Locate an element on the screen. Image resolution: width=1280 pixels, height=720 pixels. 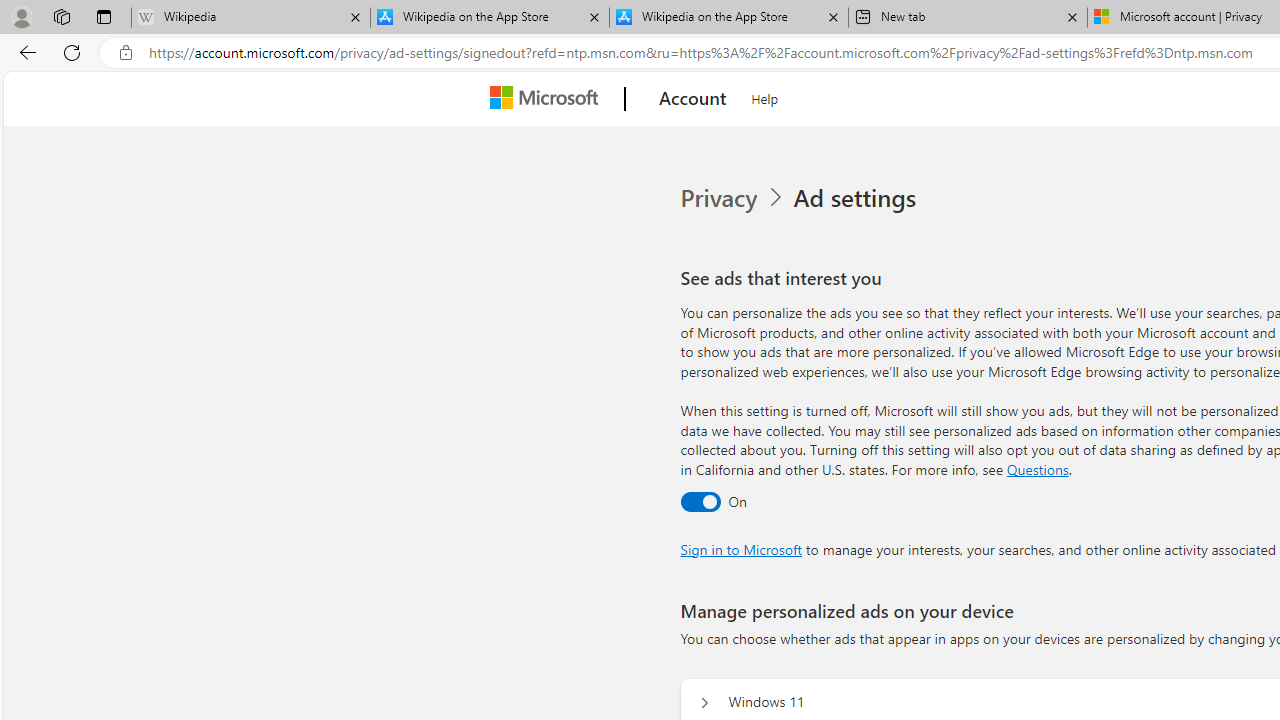
'Ad settings' is located at coordinates (858, 198).